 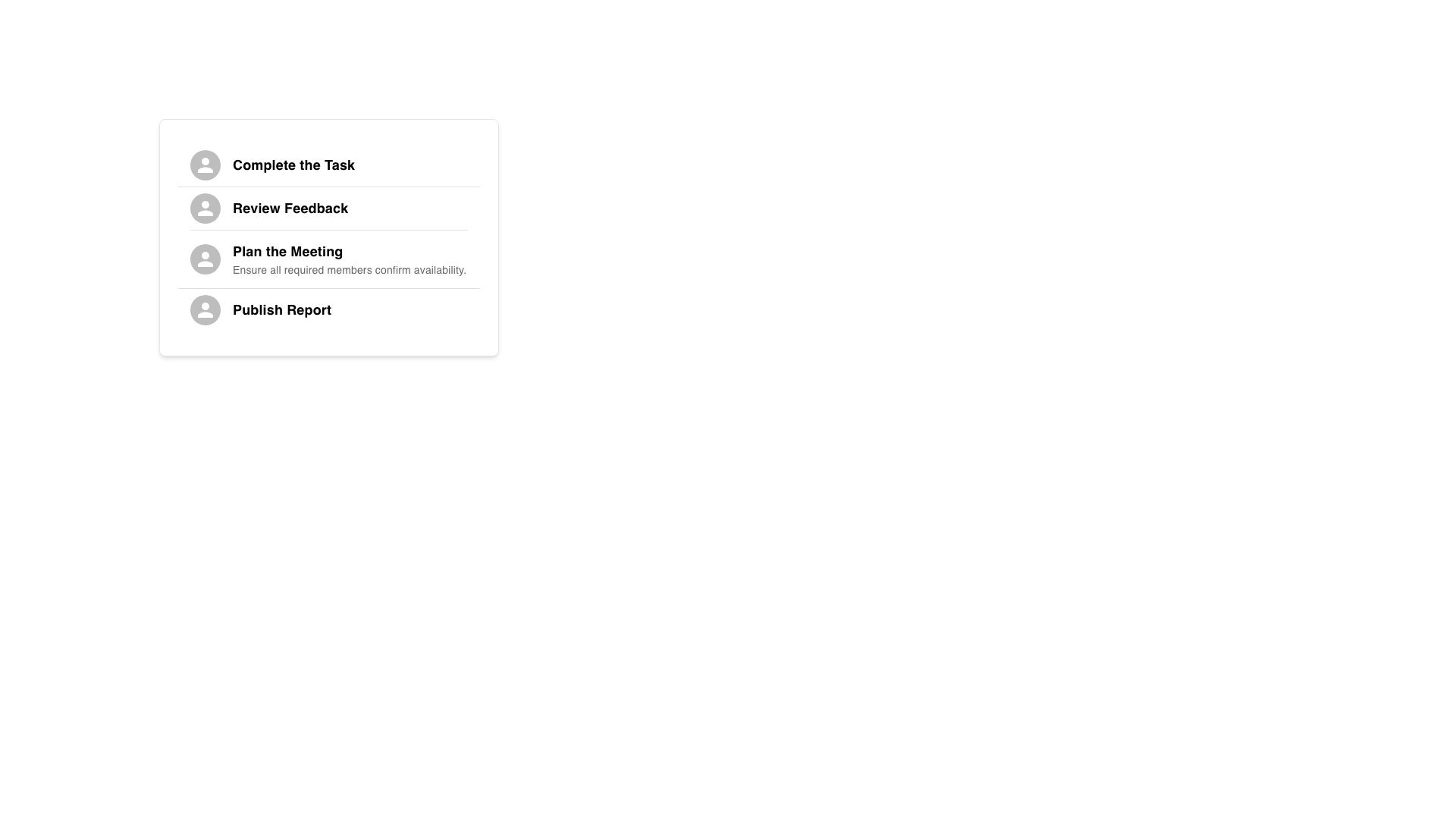 What do you see at coordinates (328, 186) in the screenshot?
I see `the Divider element that visually separates the items in the vertically oriented task list, located between 'Complete the Task' and 'Review Feedback'` at bounding box center [328, 186].